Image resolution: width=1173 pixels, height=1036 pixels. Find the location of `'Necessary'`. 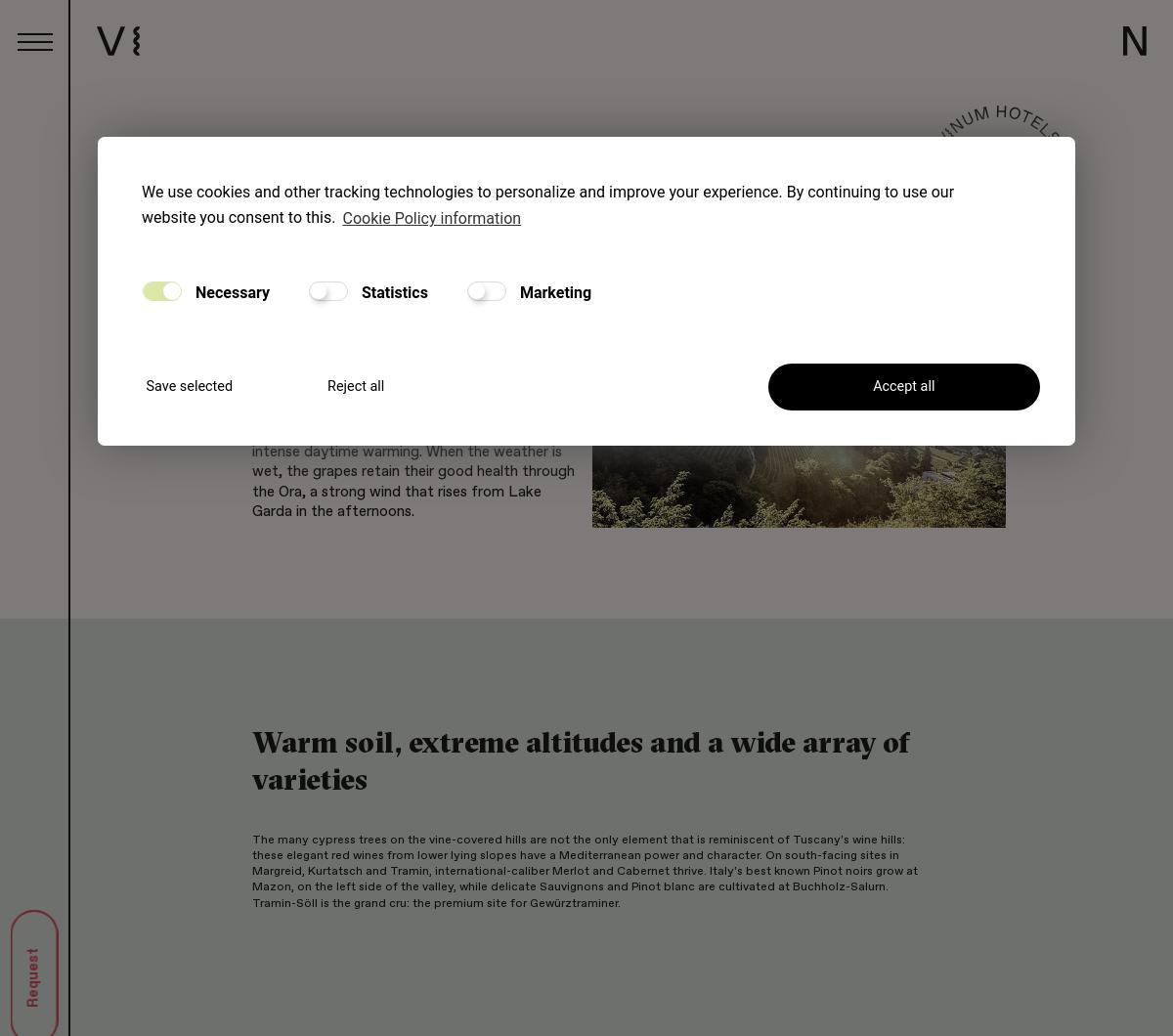

'Necessary' is located at coordinates (230, 292).